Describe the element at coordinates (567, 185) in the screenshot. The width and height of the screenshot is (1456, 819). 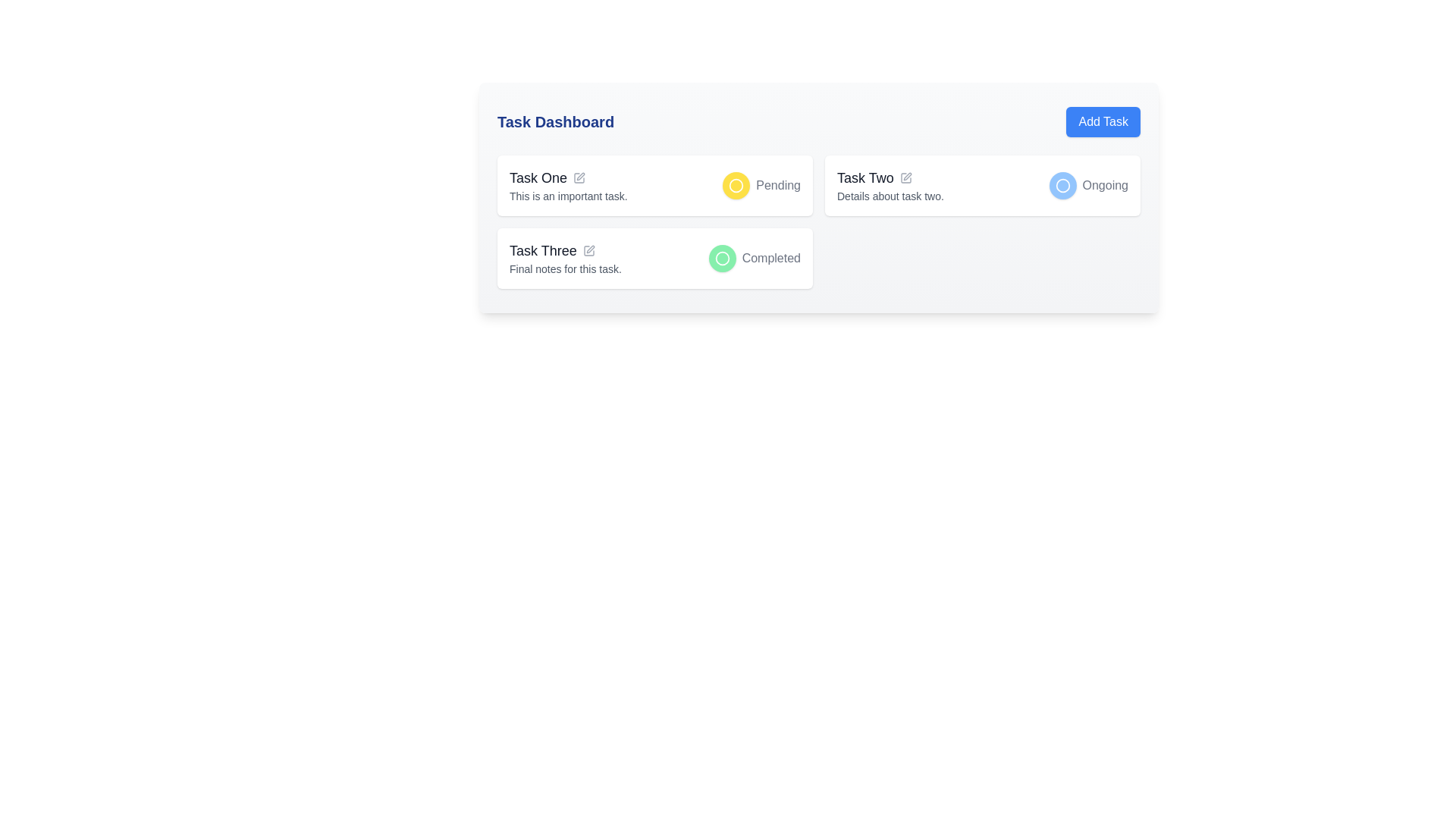
I see `description of the task titled 'Task One' which states 'This is an important task.' by clicking on the interactive component that includes the title, description, and edit icon` at that location.